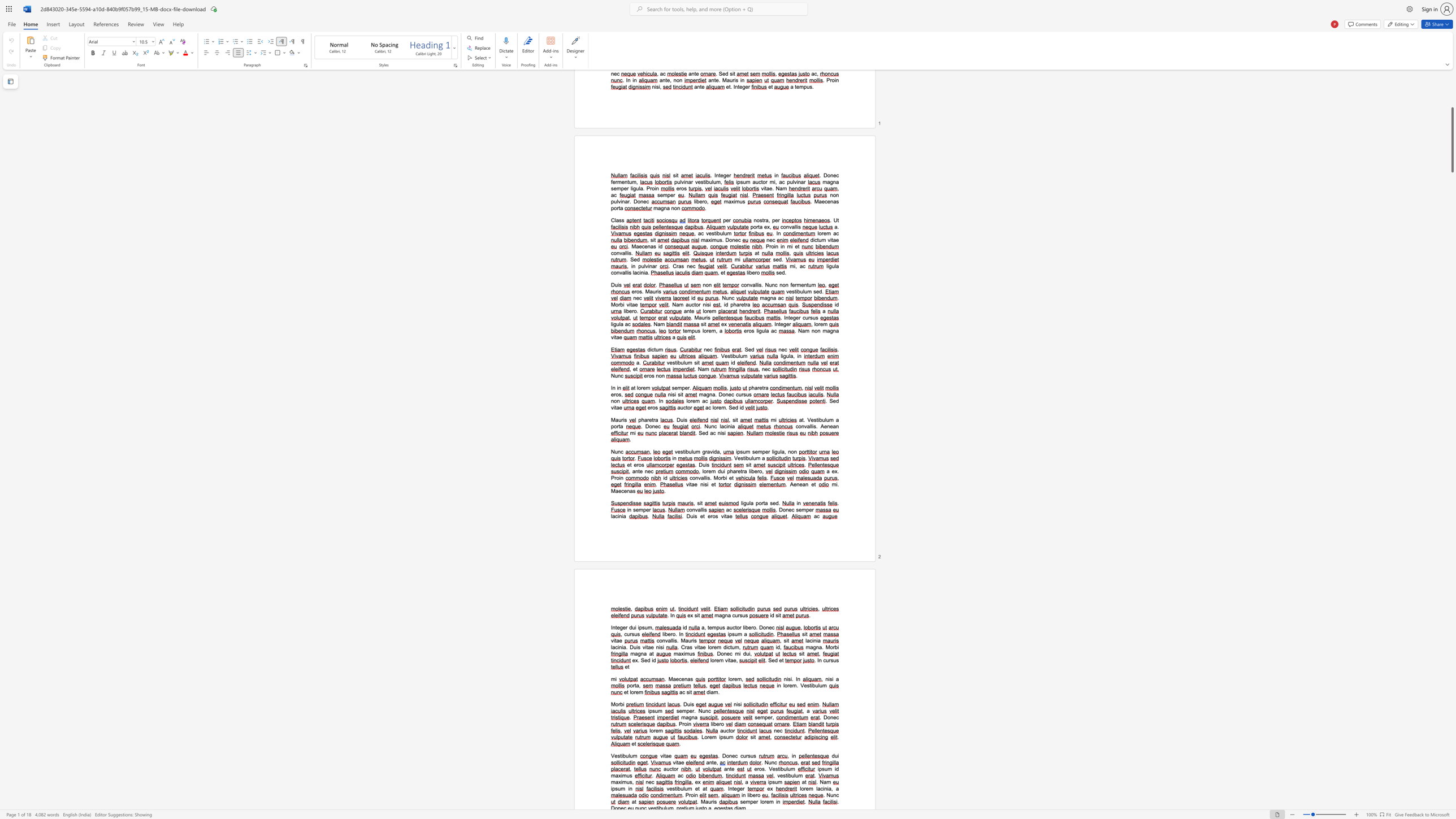  What do you see at coordinates (726, 615) in the screenshot?
I see `the 1th character "n" in the text` at bounding box center [726, 615].